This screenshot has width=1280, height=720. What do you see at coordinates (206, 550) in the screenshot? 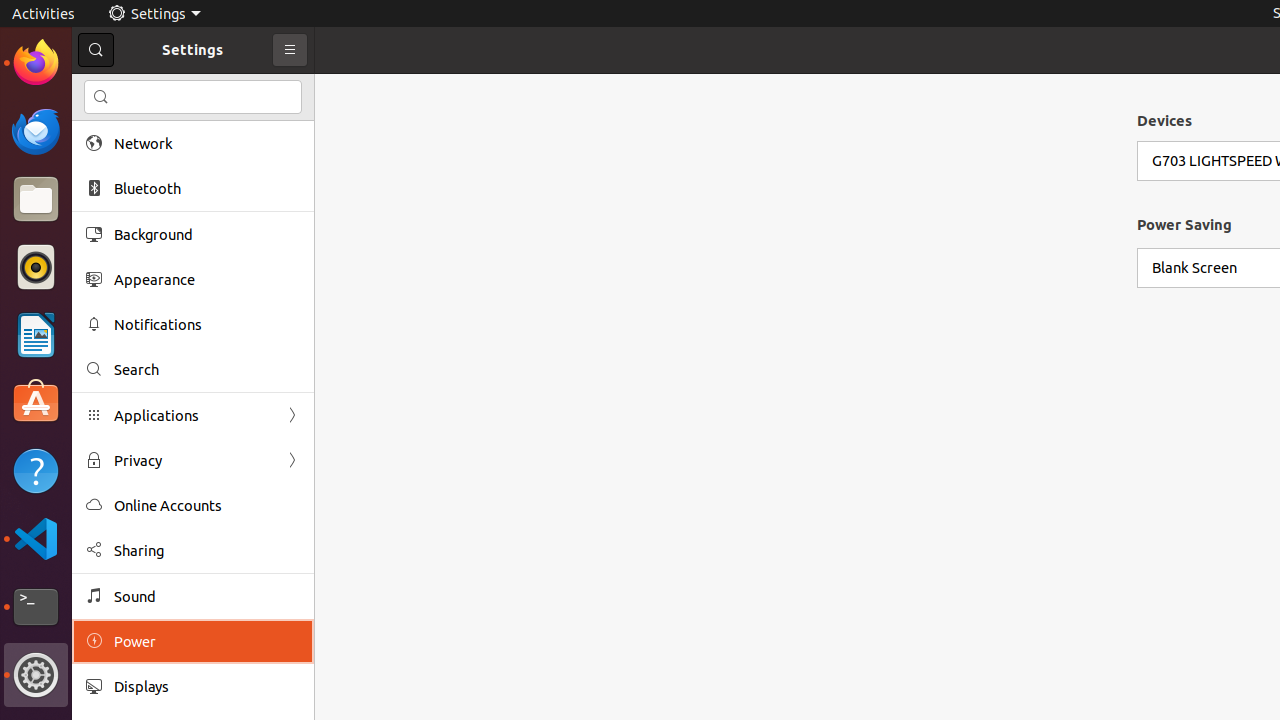
I see `'Sharing'` at bounding box center [206, 550].